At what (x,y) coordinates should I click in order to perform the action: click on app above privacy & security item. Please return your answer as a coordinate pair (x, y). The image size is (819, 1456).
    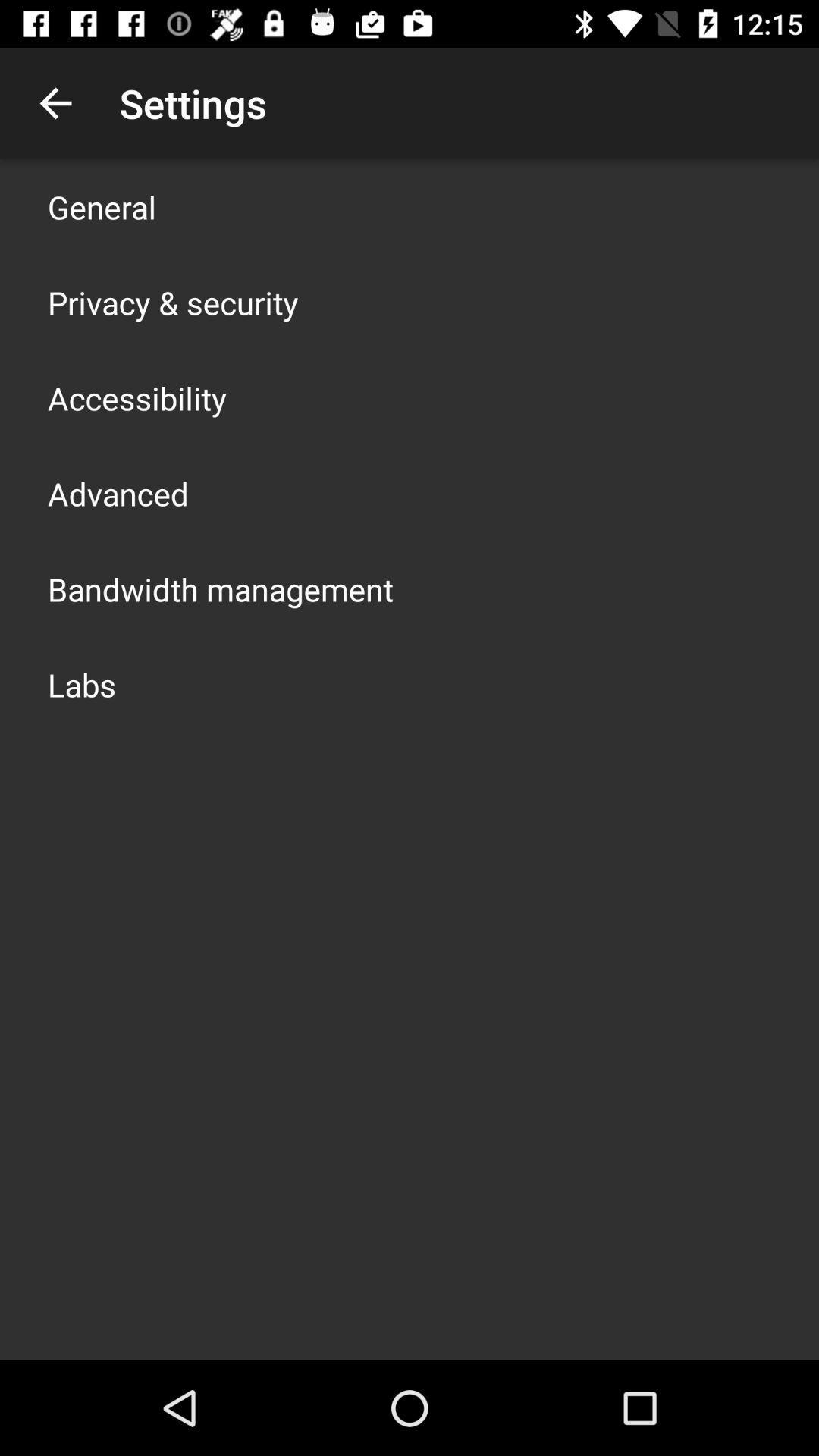
    Looking at the image, I should click on (102, 206).